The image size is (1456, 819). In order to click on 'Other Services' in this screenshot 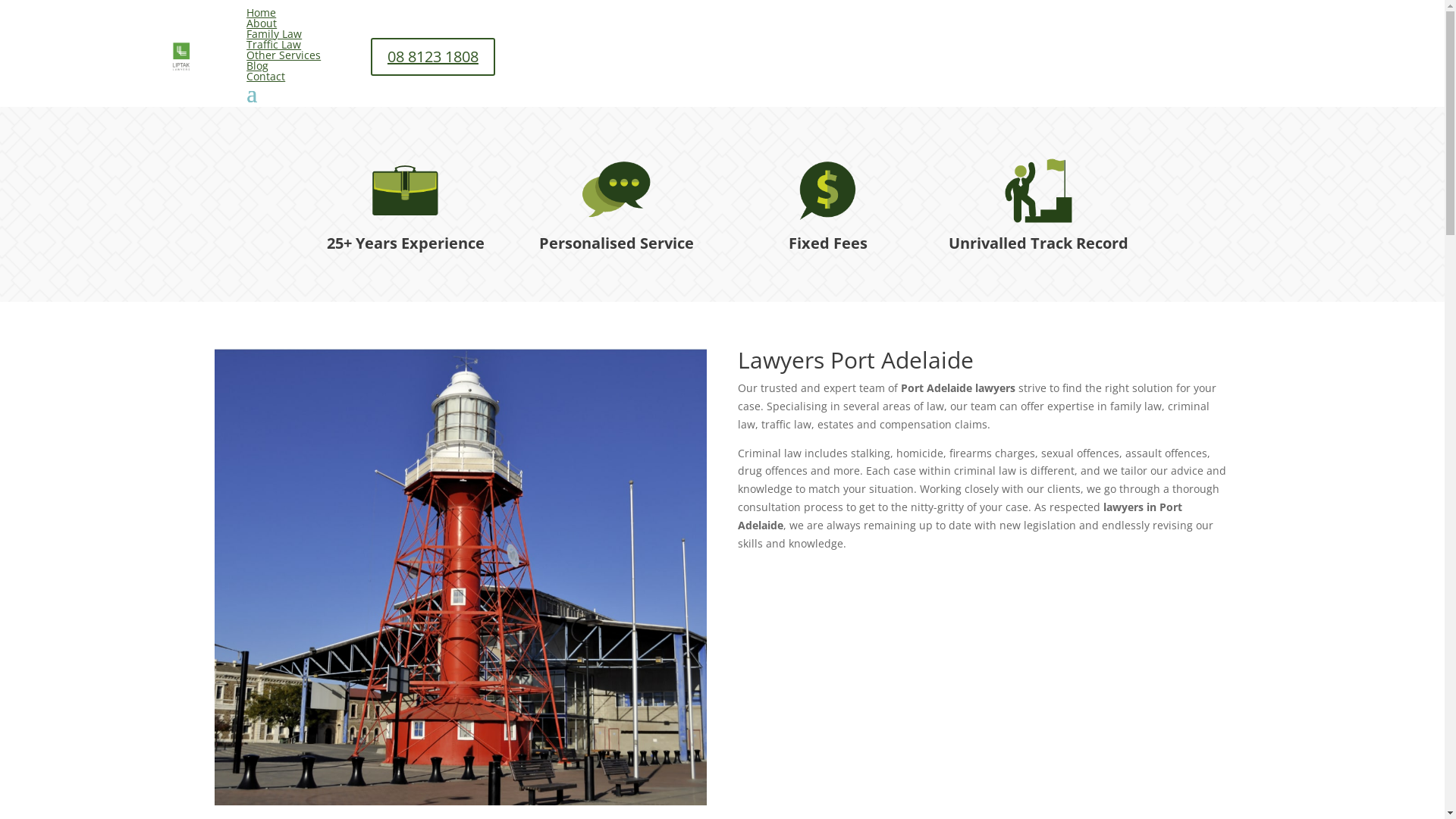, I will do `click(284, 54)`.